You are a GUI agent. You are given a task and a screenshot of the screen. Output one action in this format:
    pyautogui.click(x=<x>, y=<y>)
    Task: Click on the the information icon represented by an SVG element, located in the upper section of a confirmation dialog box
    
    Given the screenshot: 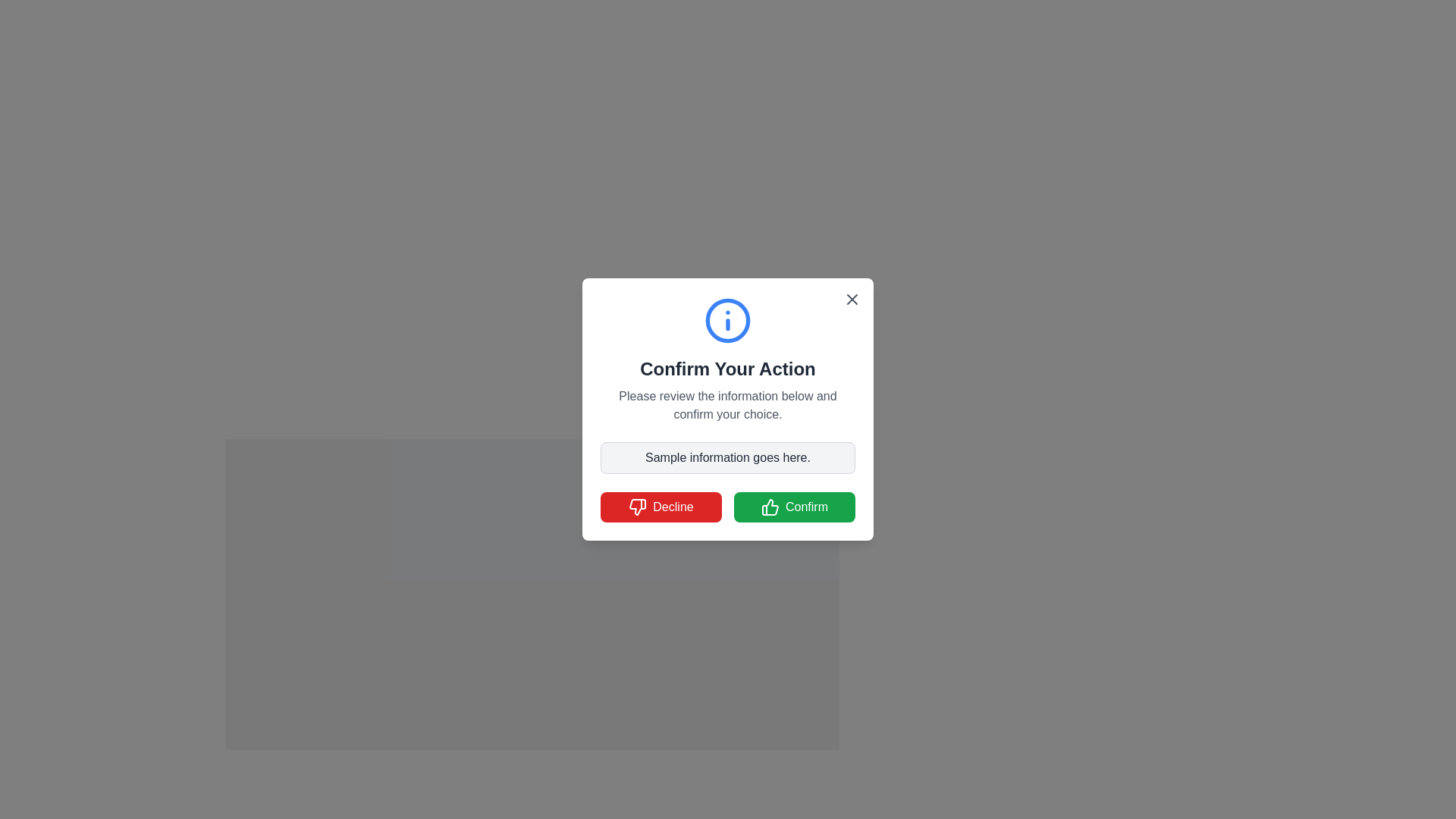 What is the action you would take?
    pyautogui.click(x=728, y=320)
    